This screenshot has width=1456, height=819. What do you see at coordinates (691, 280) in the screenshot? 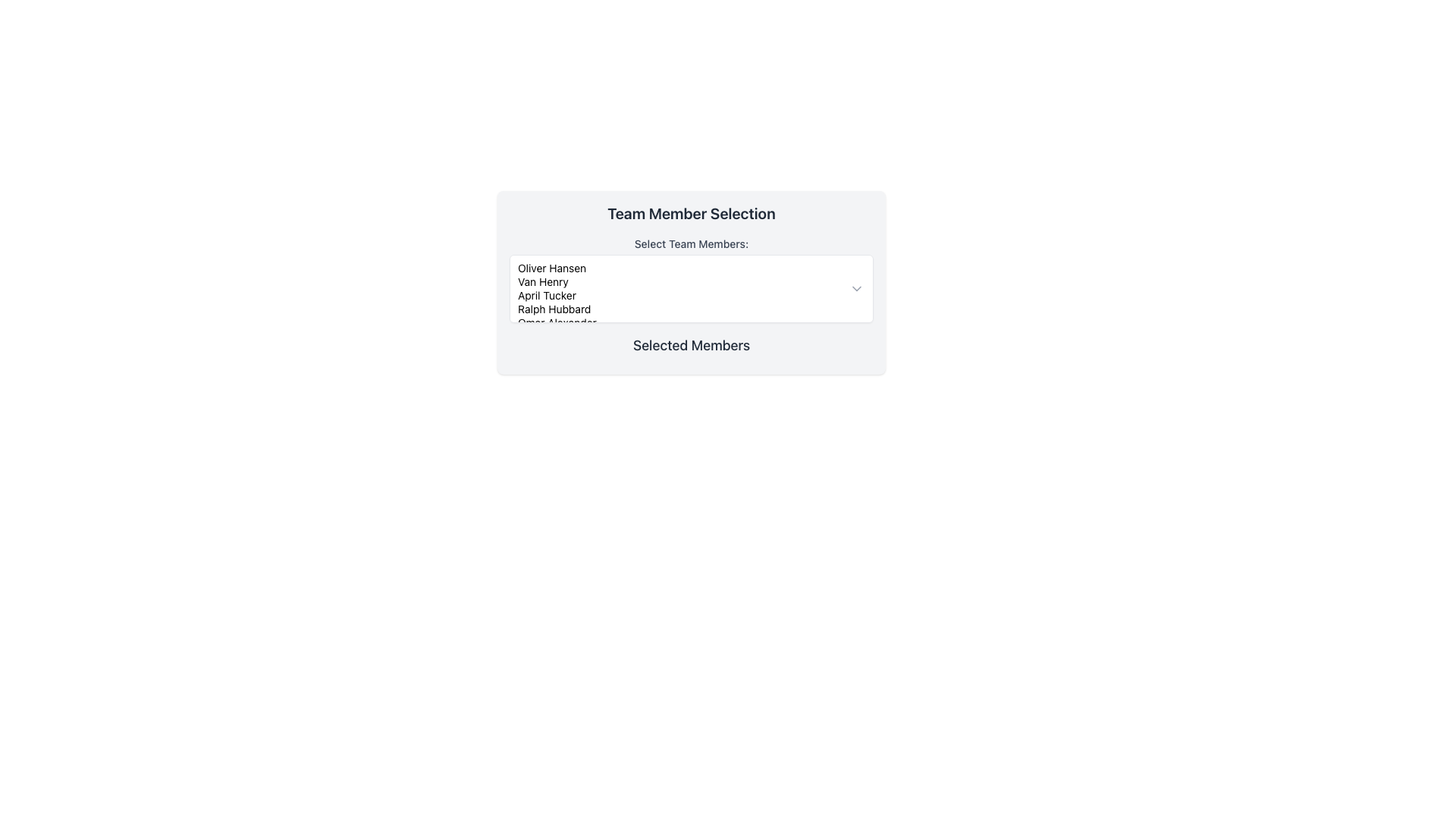
I see `a specific team member from the dropdown list titled 'Select Team Members:' which is located centrally in the interface, under 'Team Member Selection'` at bounding box center [691, 280].